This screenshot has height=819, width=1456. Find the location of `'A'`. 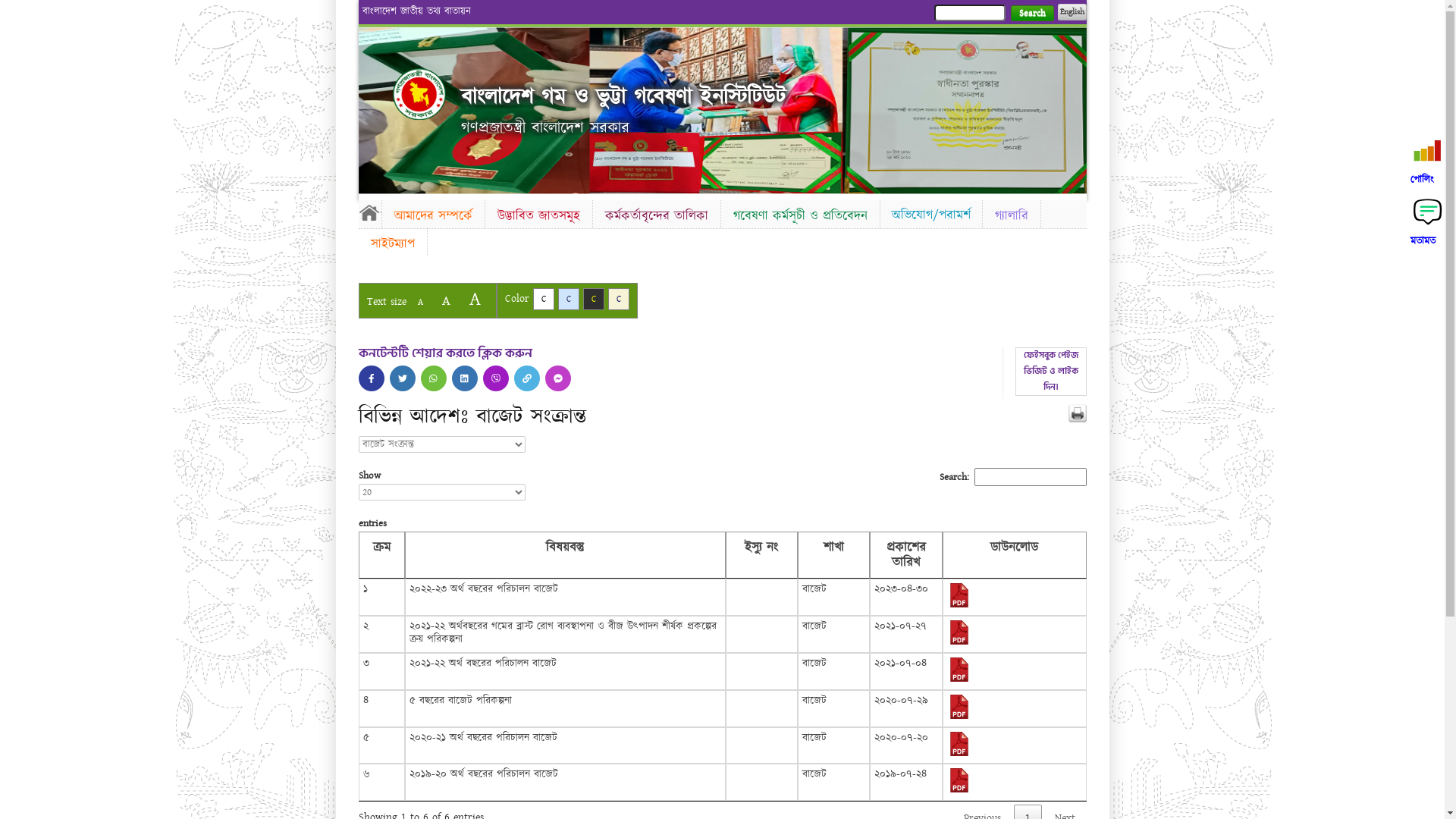

'A' is located at coordinates (419, 302).